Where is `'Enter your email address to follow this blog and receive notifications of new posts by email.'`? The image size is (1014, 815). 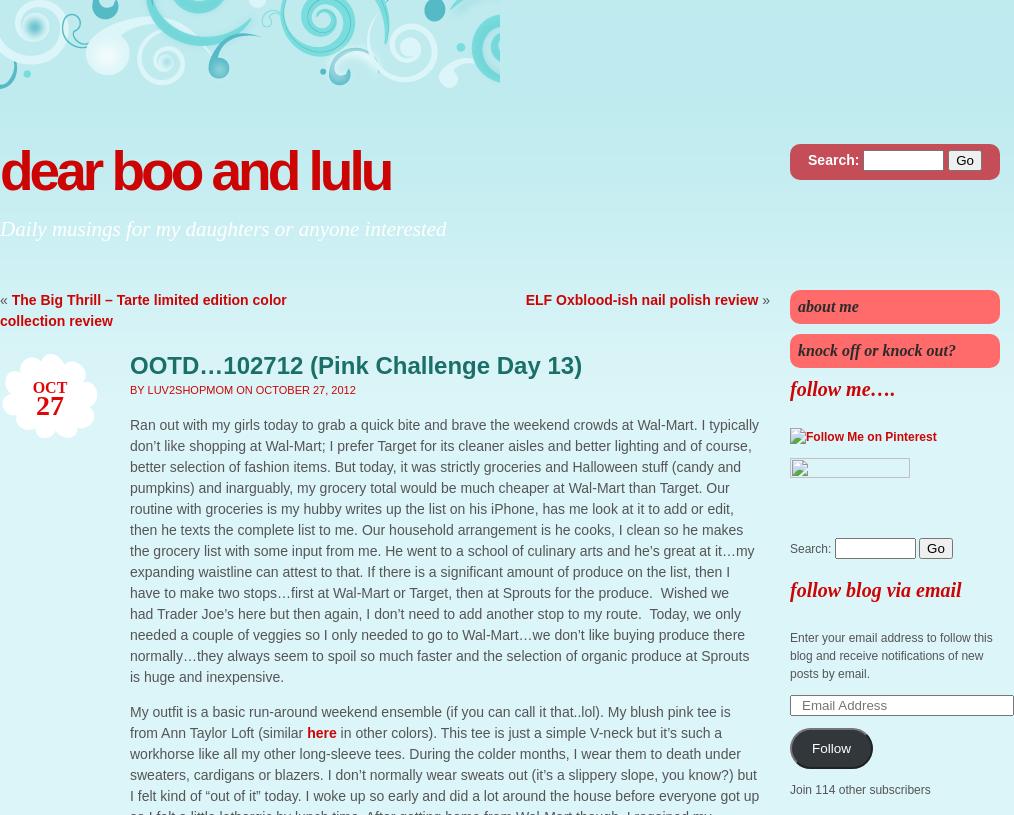 'Enter your email address to follow this blog and receive notifications of new posts by email.' is located at coordinates (890, 654).